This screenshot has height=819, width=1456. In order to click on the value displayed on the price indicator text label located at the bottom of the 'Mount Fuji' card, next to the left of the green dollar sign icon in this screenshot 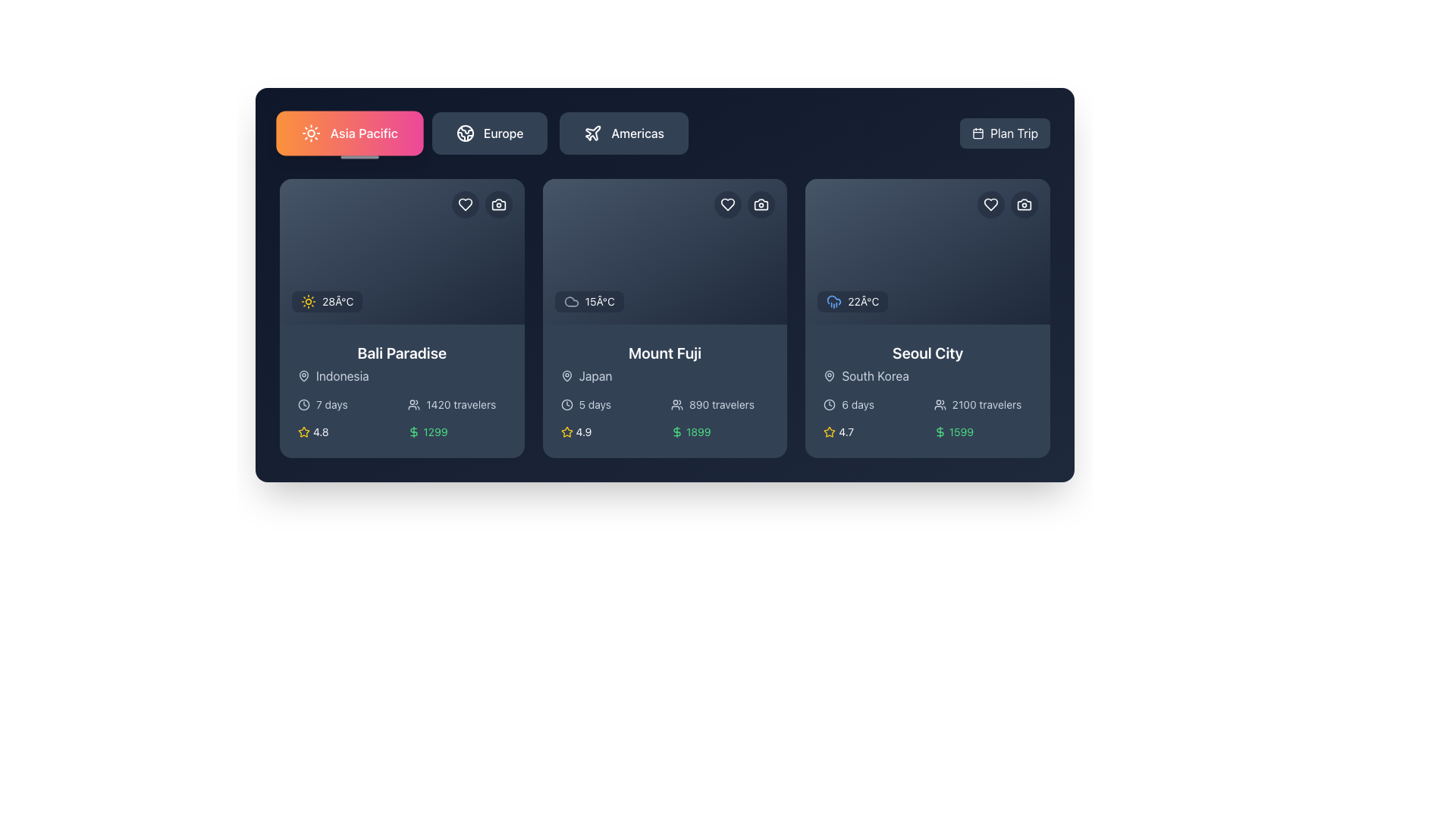, I will do `click(698, 432)`.